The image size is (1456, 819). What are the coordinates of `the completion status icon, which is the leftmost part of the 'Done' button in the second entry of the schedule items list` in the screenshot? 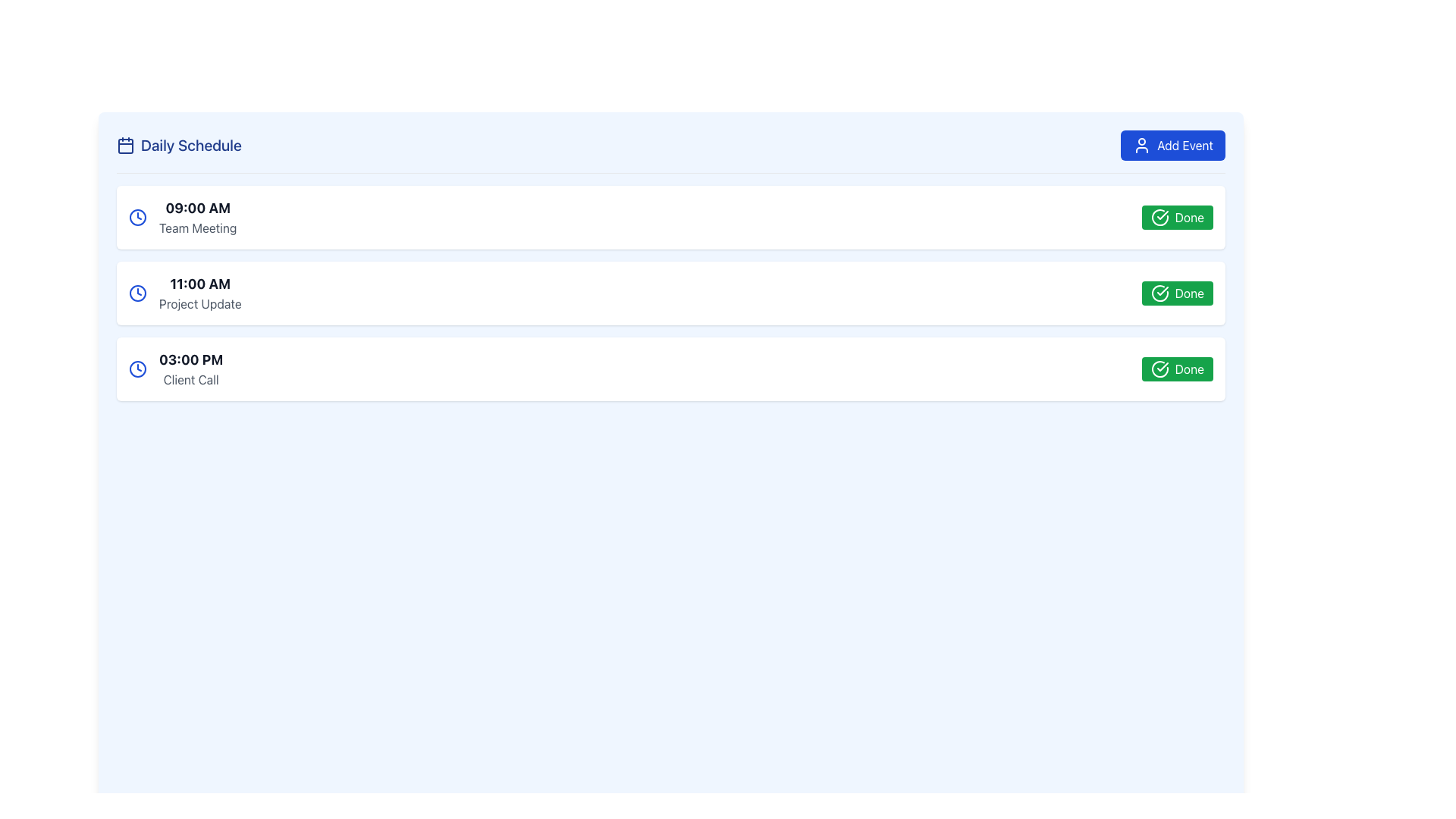 It's located at (1159, 217).